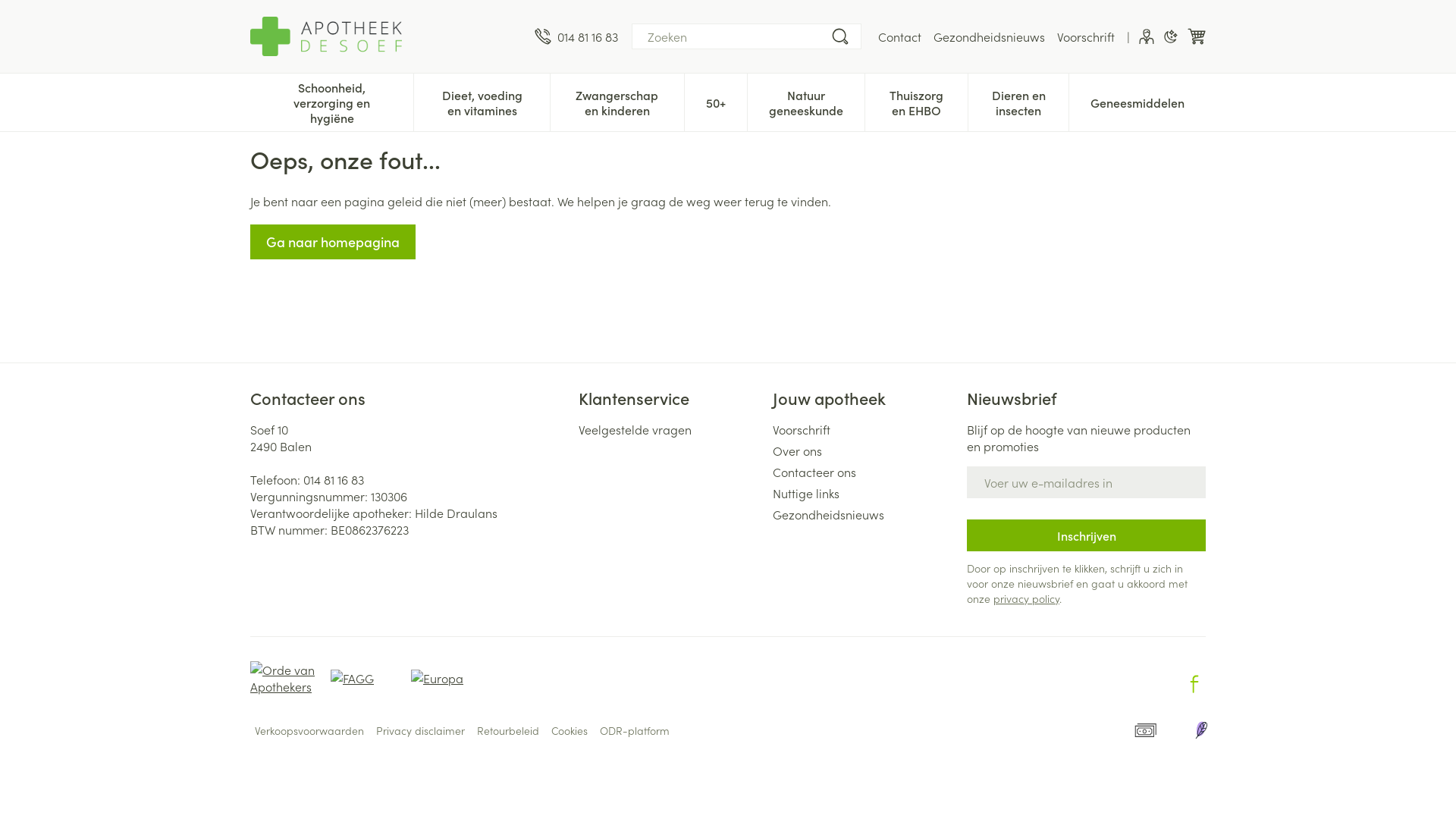  What do you see at coordinates (865, 100) in the screenshot?
I see `'Thuiszorg en EHBO'` at bounding box center [865, 100].